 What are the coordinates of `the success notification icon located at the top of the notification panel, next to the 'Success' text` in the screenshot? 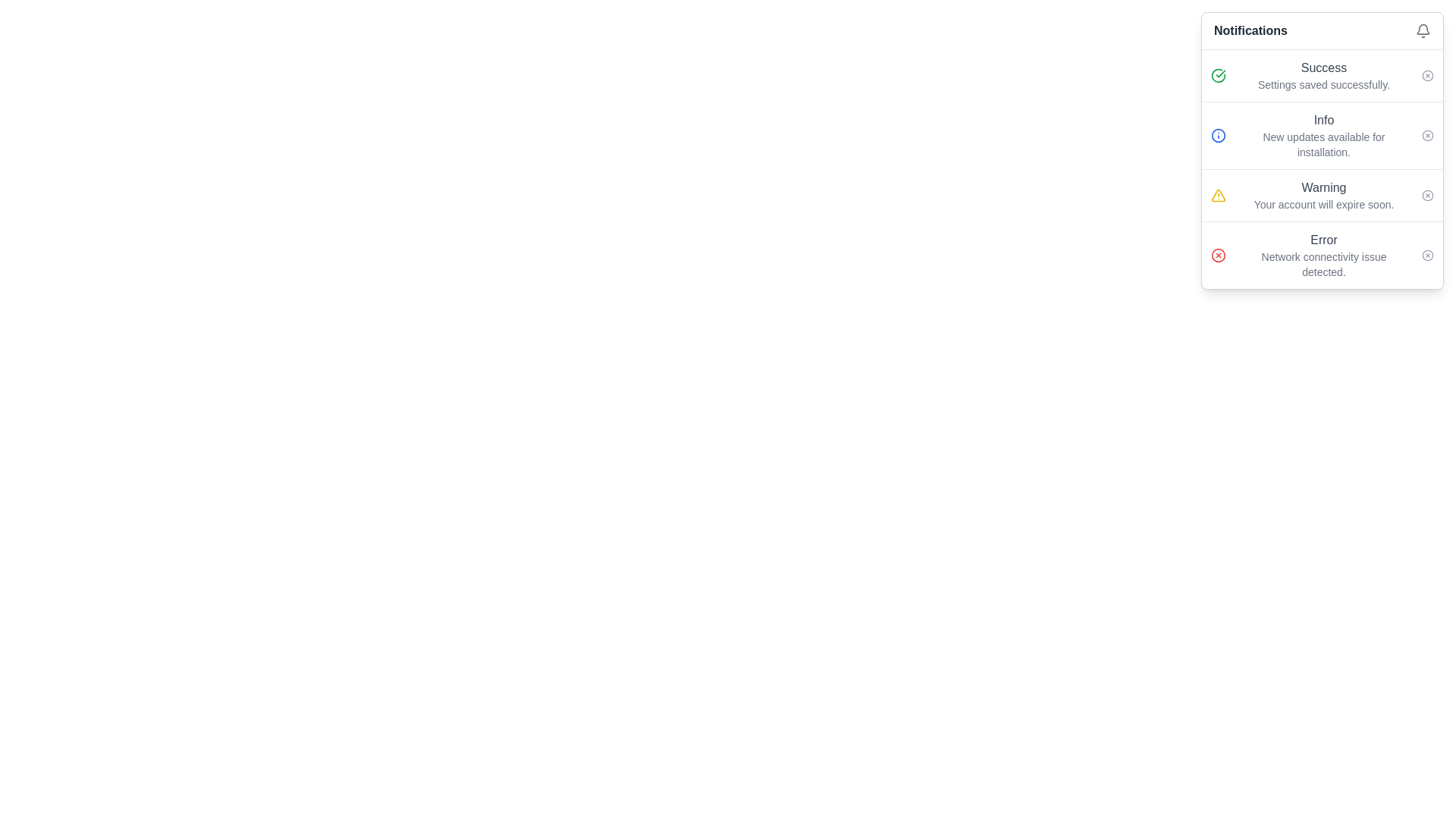 It's located at (1219, 76).